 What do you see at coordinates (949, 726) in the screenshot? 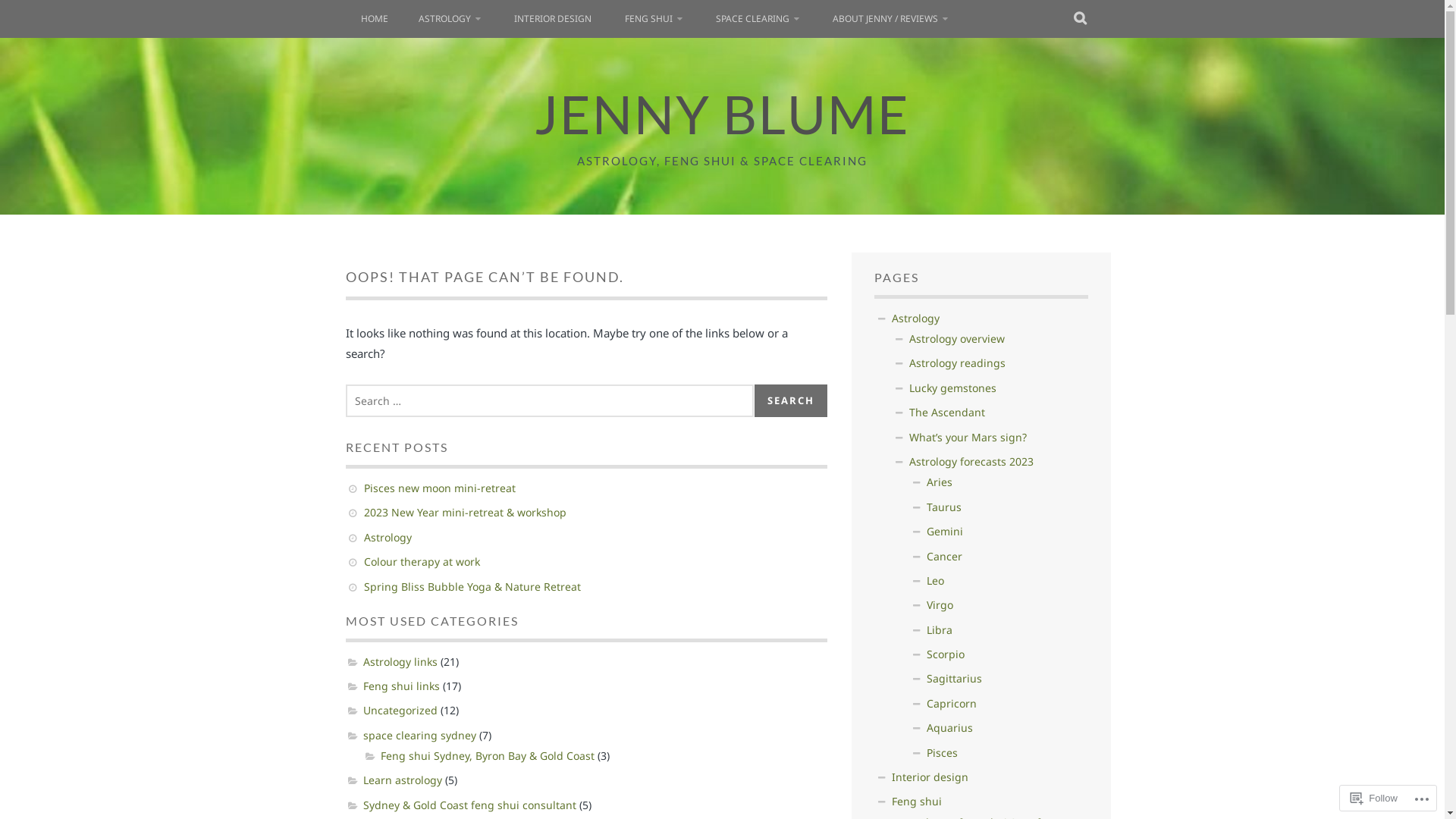
I see `'Aquarius'` at bounding box center [949, 726].